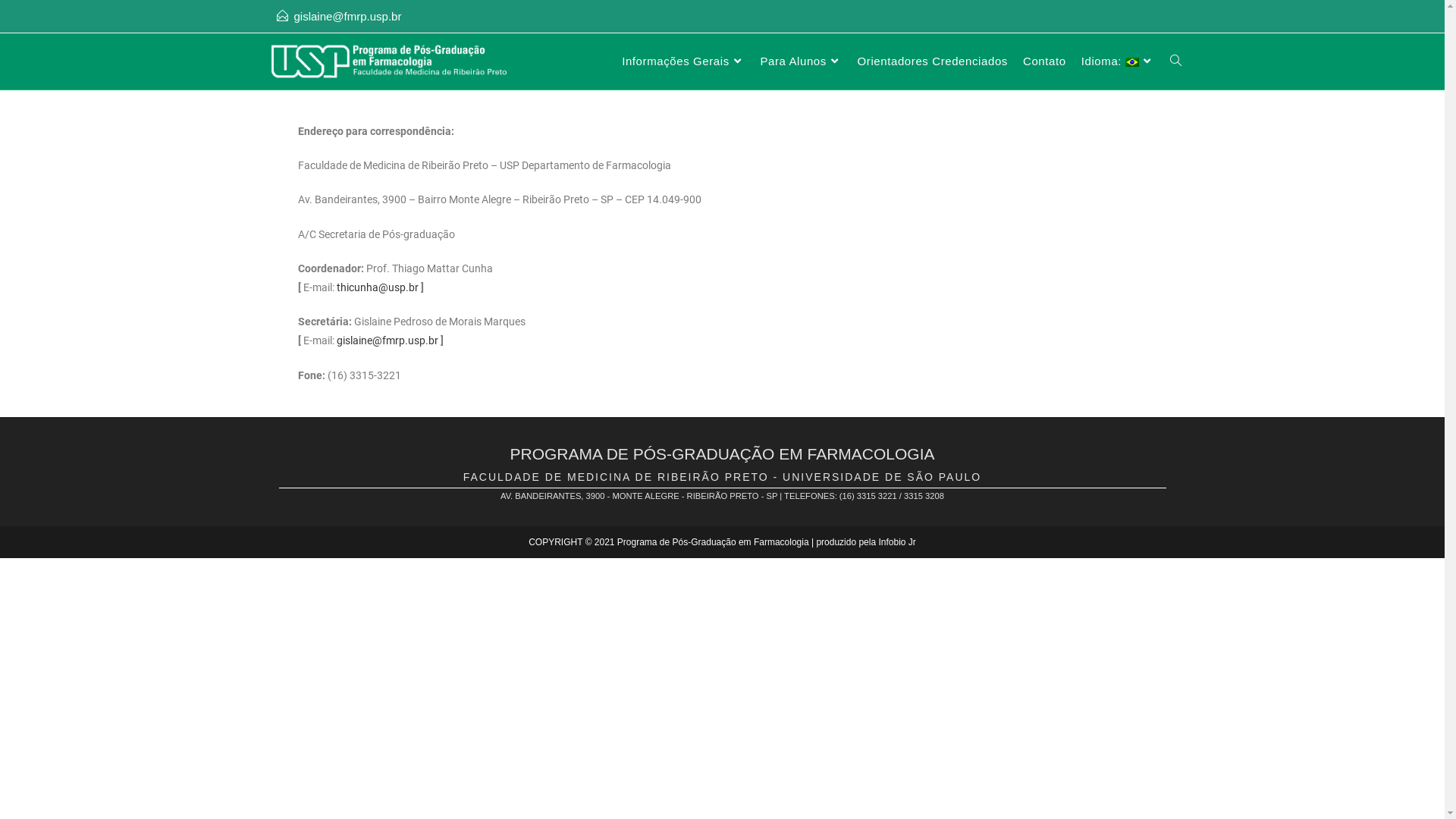  Describe the element at coordinates (387, 339) in the screenshot. I see `'gislaine@fmrp.usp.br'` at that location.